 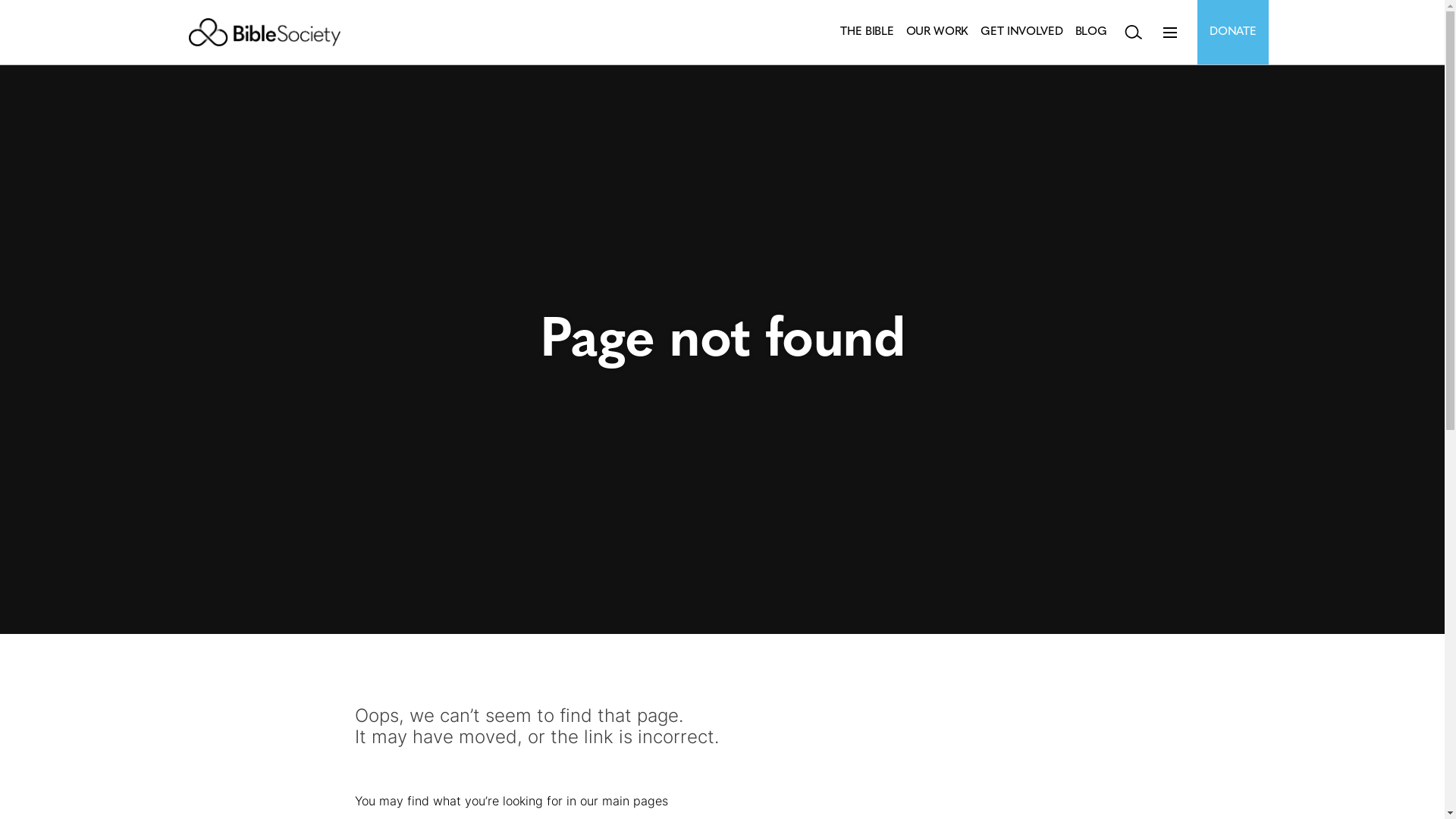 What do you see at coordinates (906, 32) in the screenshot?
I see `'OUR WORK'` at bounding box center [906, 32].